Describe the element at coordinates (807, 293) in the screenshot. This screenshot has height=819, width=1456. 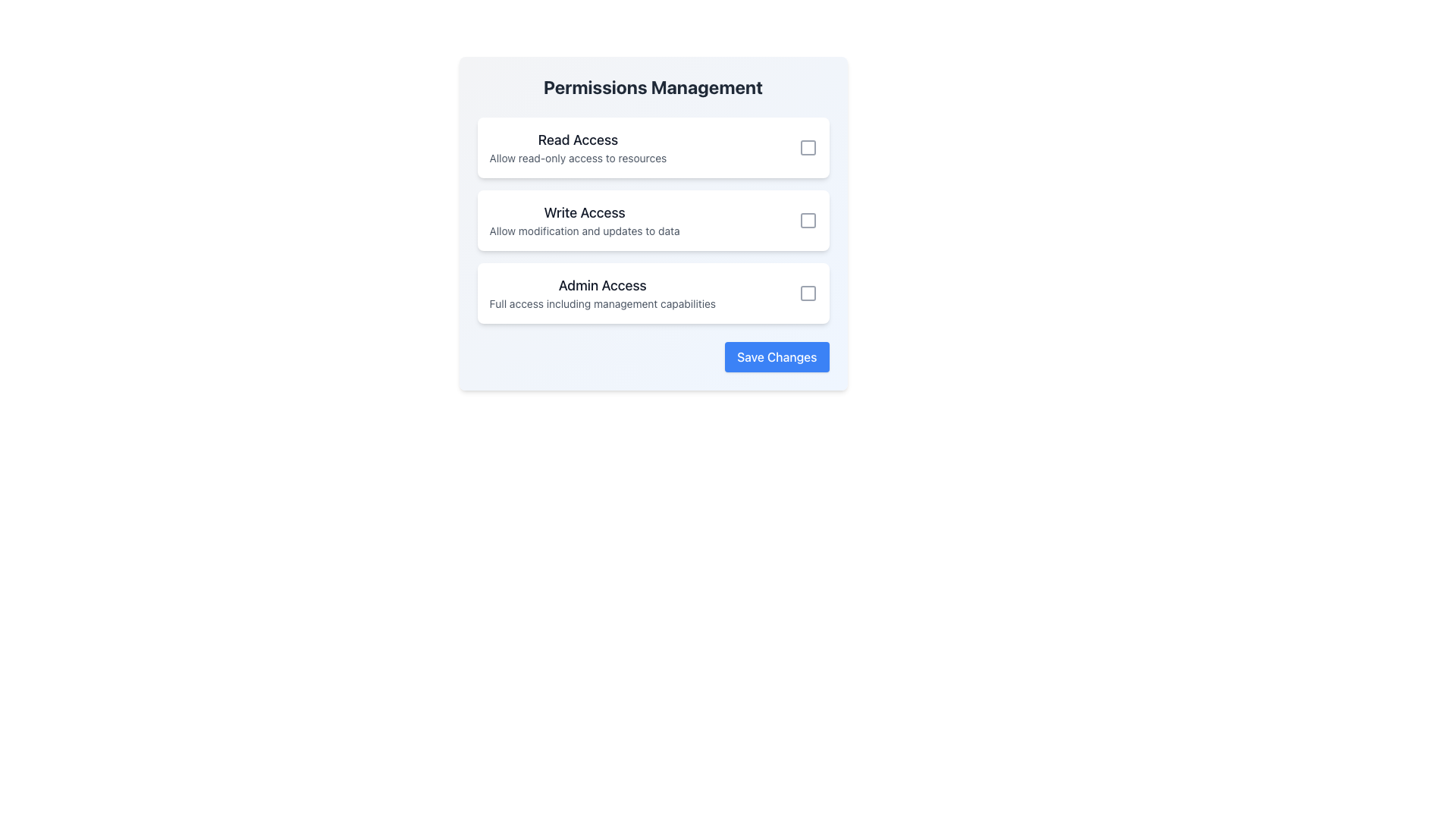
I see `the interactive toggle icon (hollow square) located to the far right of the 'Admin Access' item in the list of access options` at that location.